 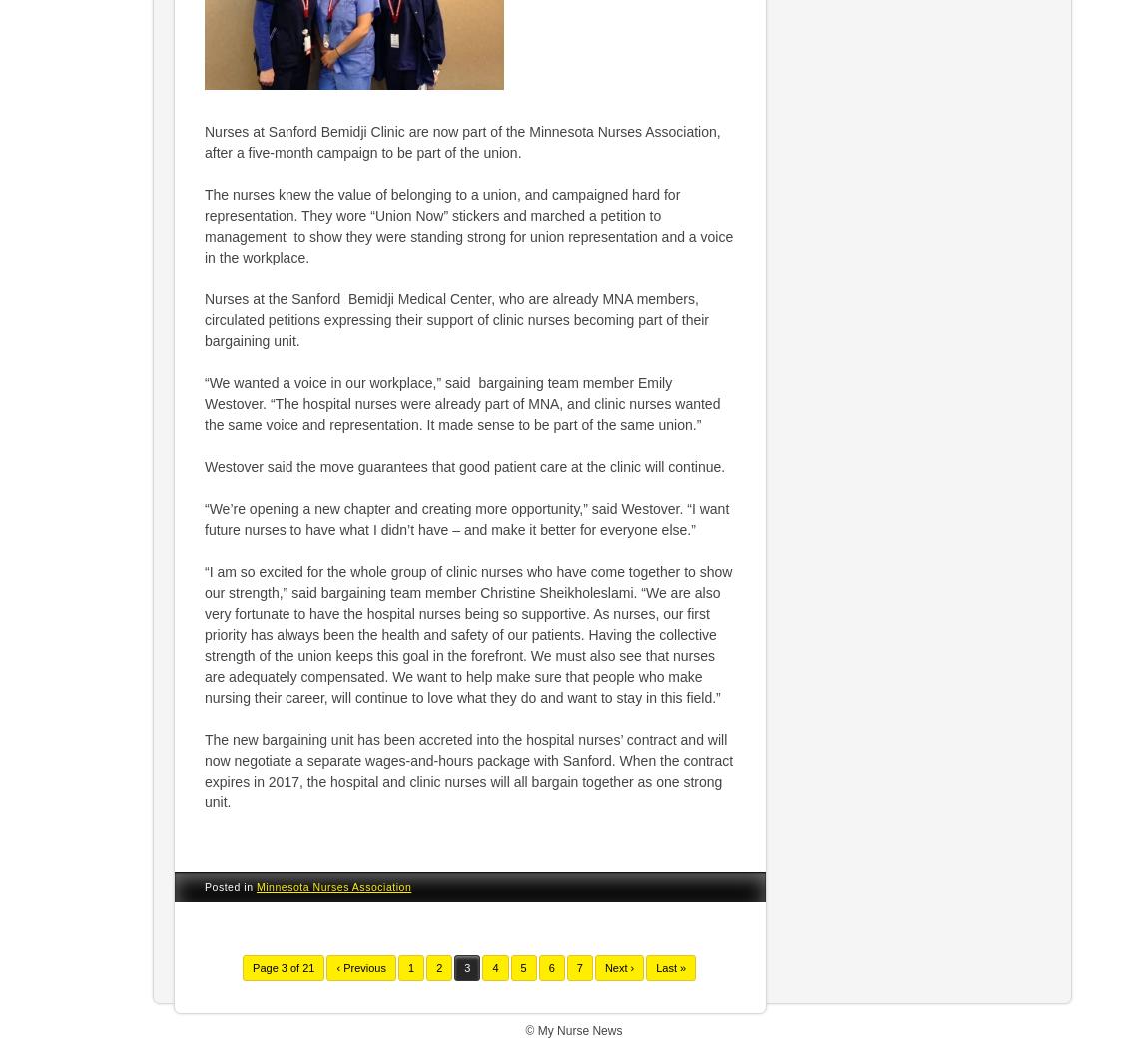 What do you see at coordinates (468, 770) in the screenshot?
I see `'The new bargaining unit has been accreted into the hospital nurses’ contract and will now negotiate a separate wages-and-hours package with Sanford. When the contract expires in 2017, the hospital and clinic nurses will all bargain together as one strong unit.'` at bounding box center [468, 770].